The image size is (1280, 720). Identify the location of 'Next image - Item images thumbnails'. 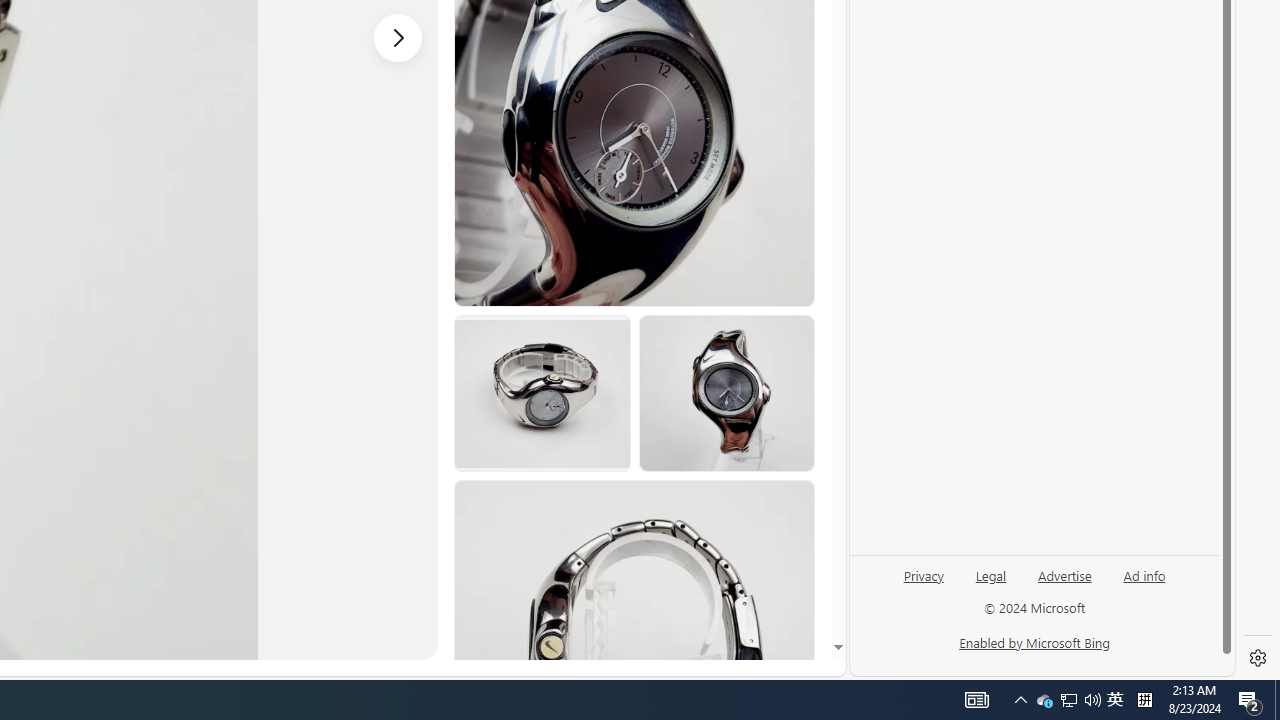
(398, 37).